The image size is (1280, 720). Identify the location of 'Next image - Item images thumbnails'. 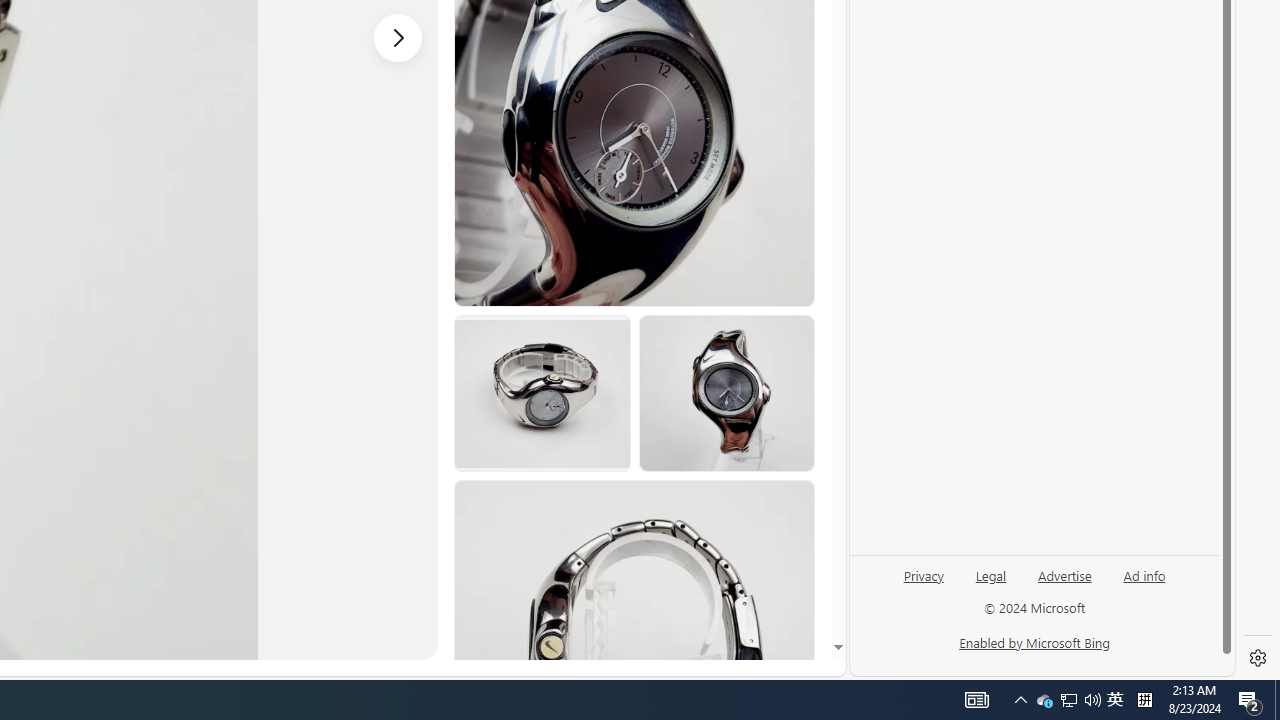
(398, 37).